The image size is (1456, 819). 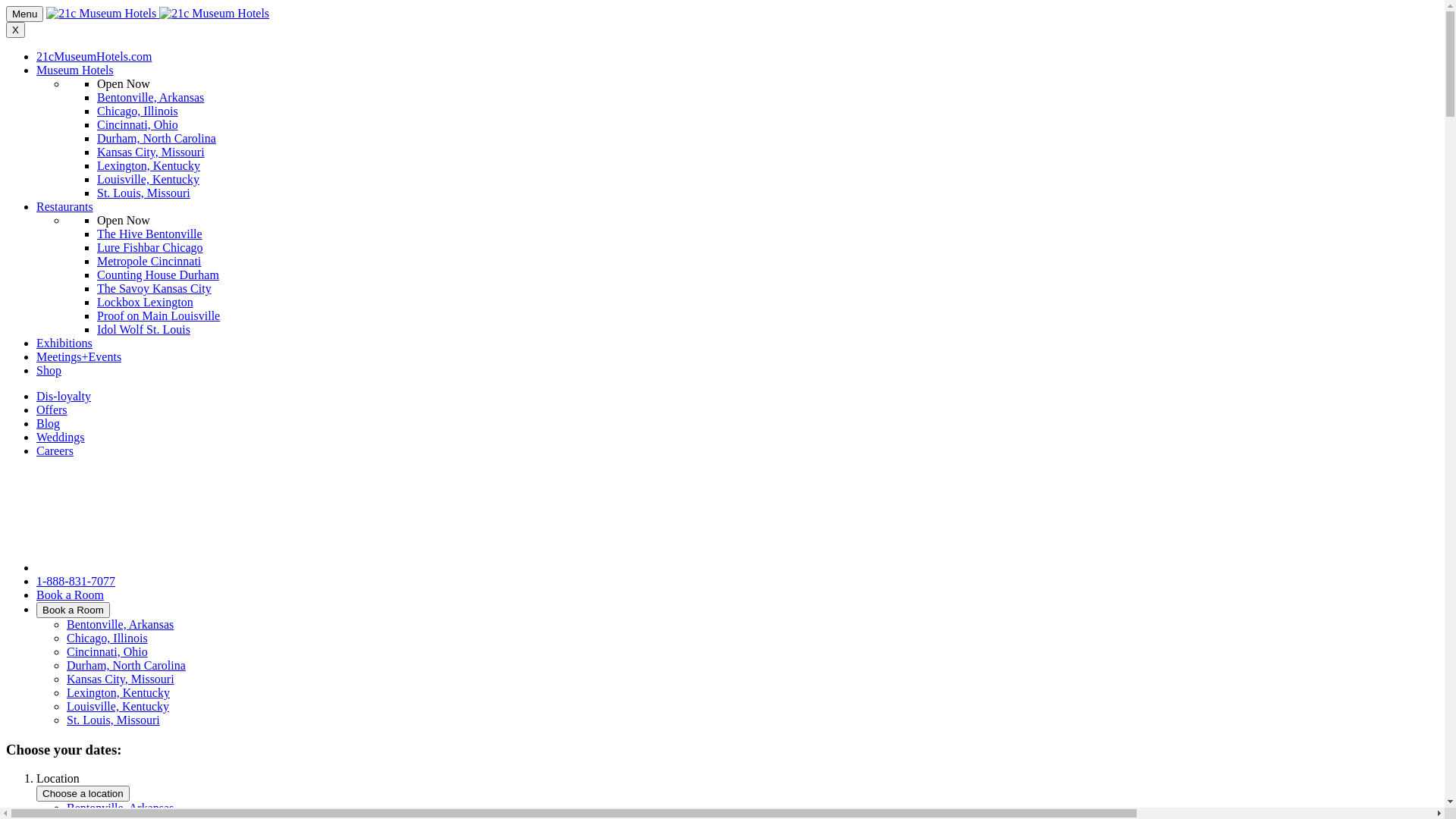 What do you see at coordinates (36, 594) in the screenshot?
I see `'Book a Room'` at bounding box center [36, 594].